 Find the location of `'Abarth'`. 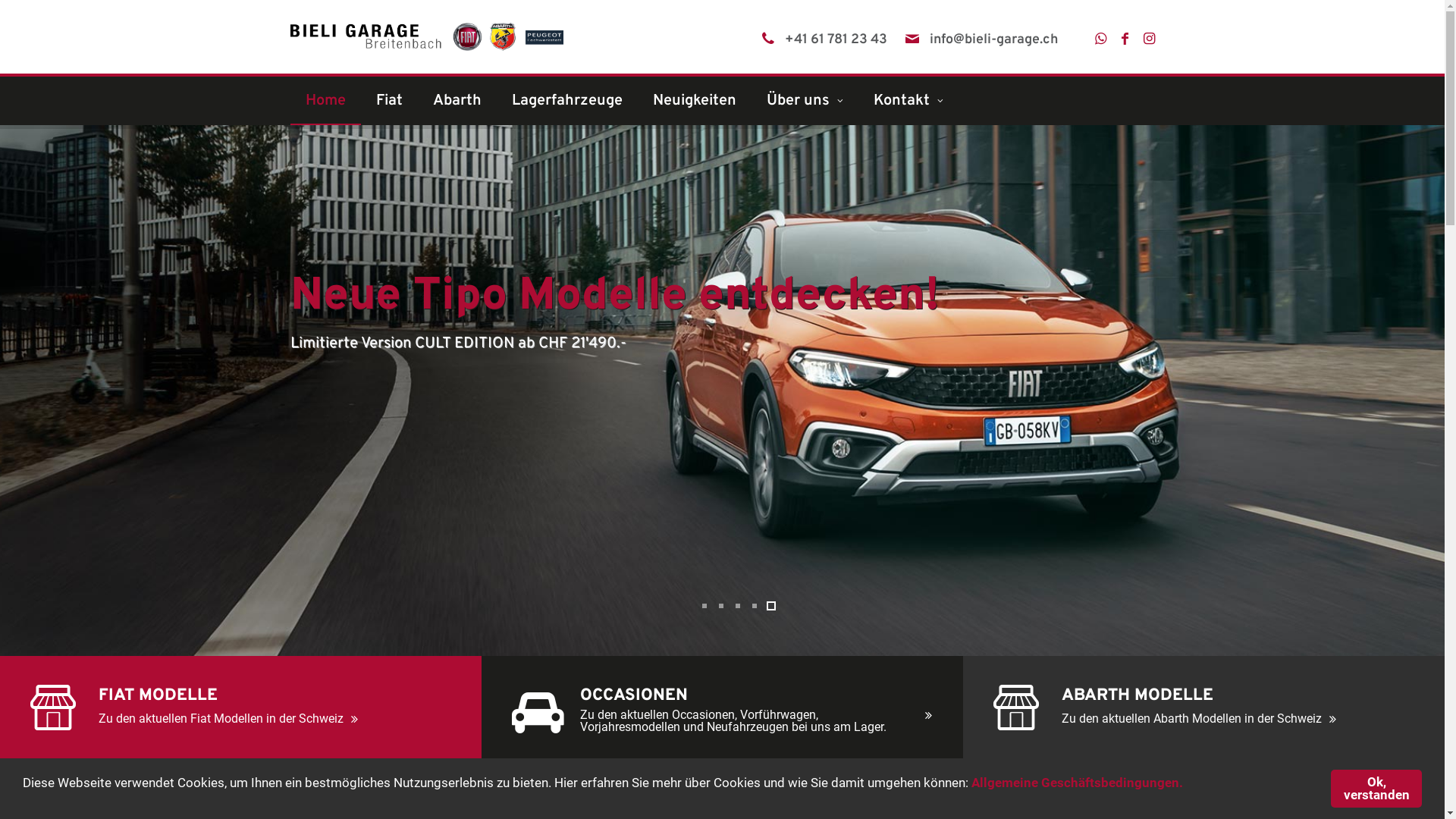

'Abarth' is located at coordinates (417, 100).